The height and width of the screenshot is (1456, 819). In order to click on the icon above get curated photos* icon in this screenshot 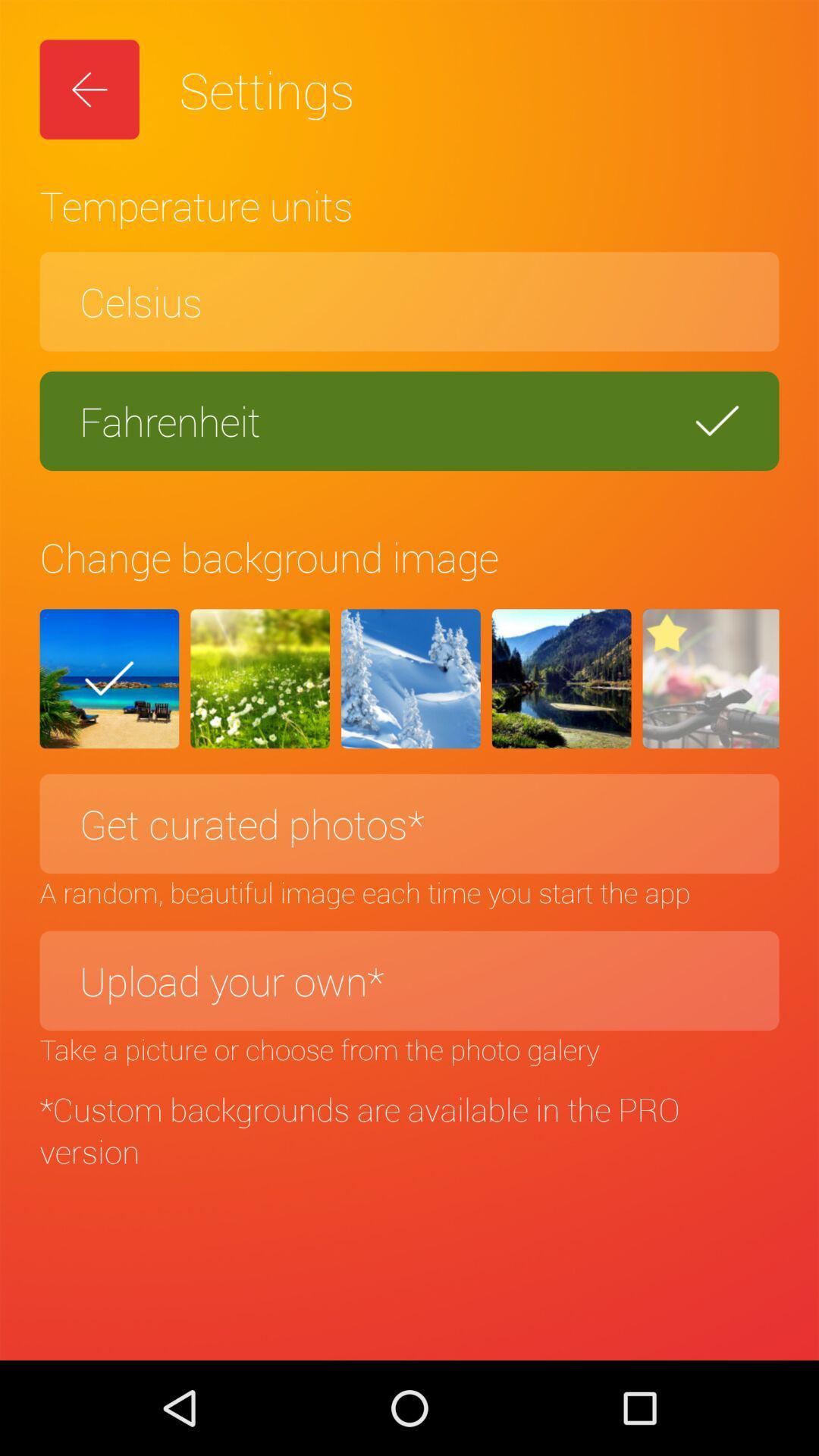, I will do `click(711, 678)`.